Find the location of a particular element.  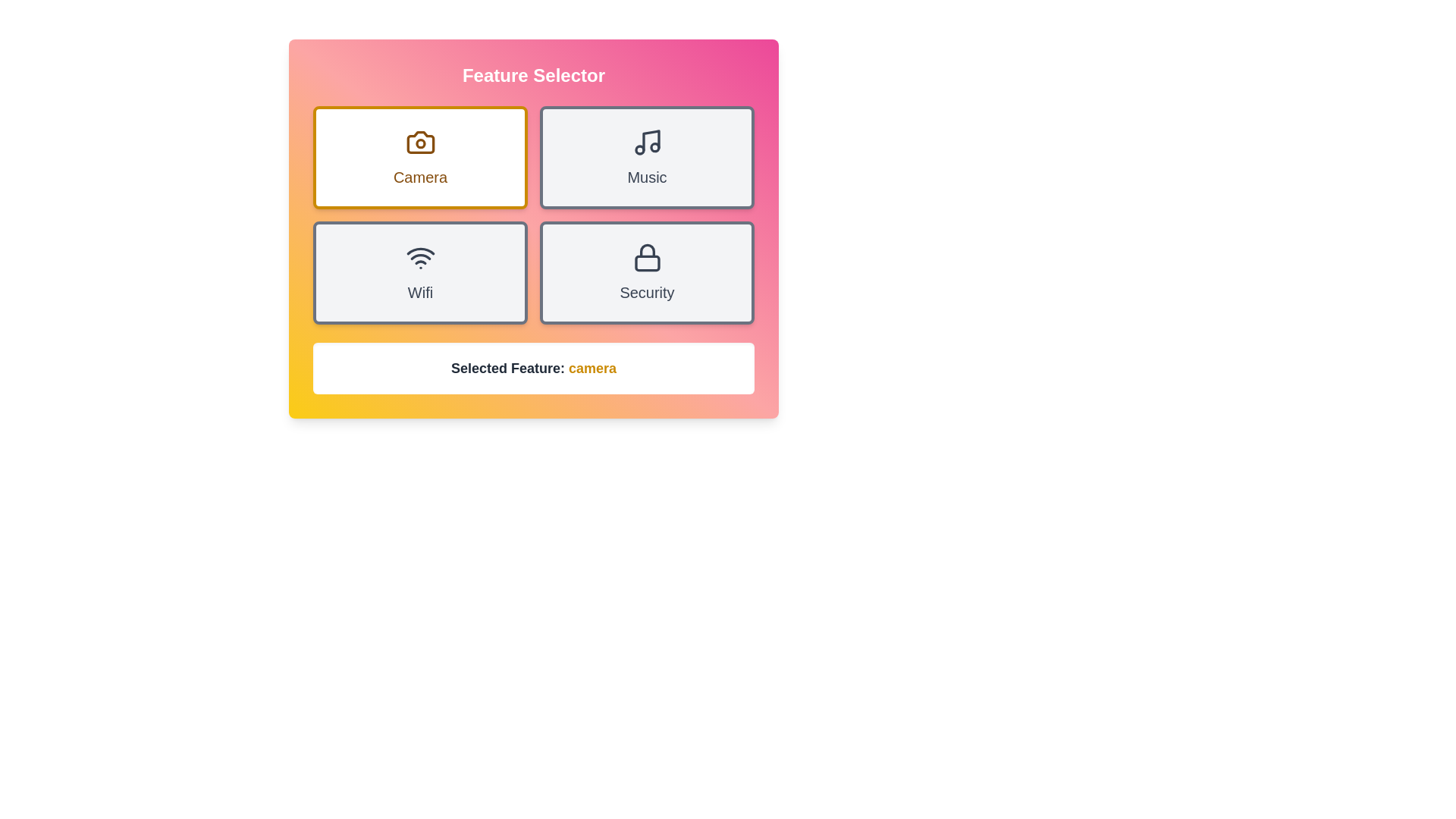

the text label displaying the word 'camera' in yellow color, part of the phrase 'Selected Feature: camera', which is centrally located in the bottom section of the interface is located at coordinates (591, 369).